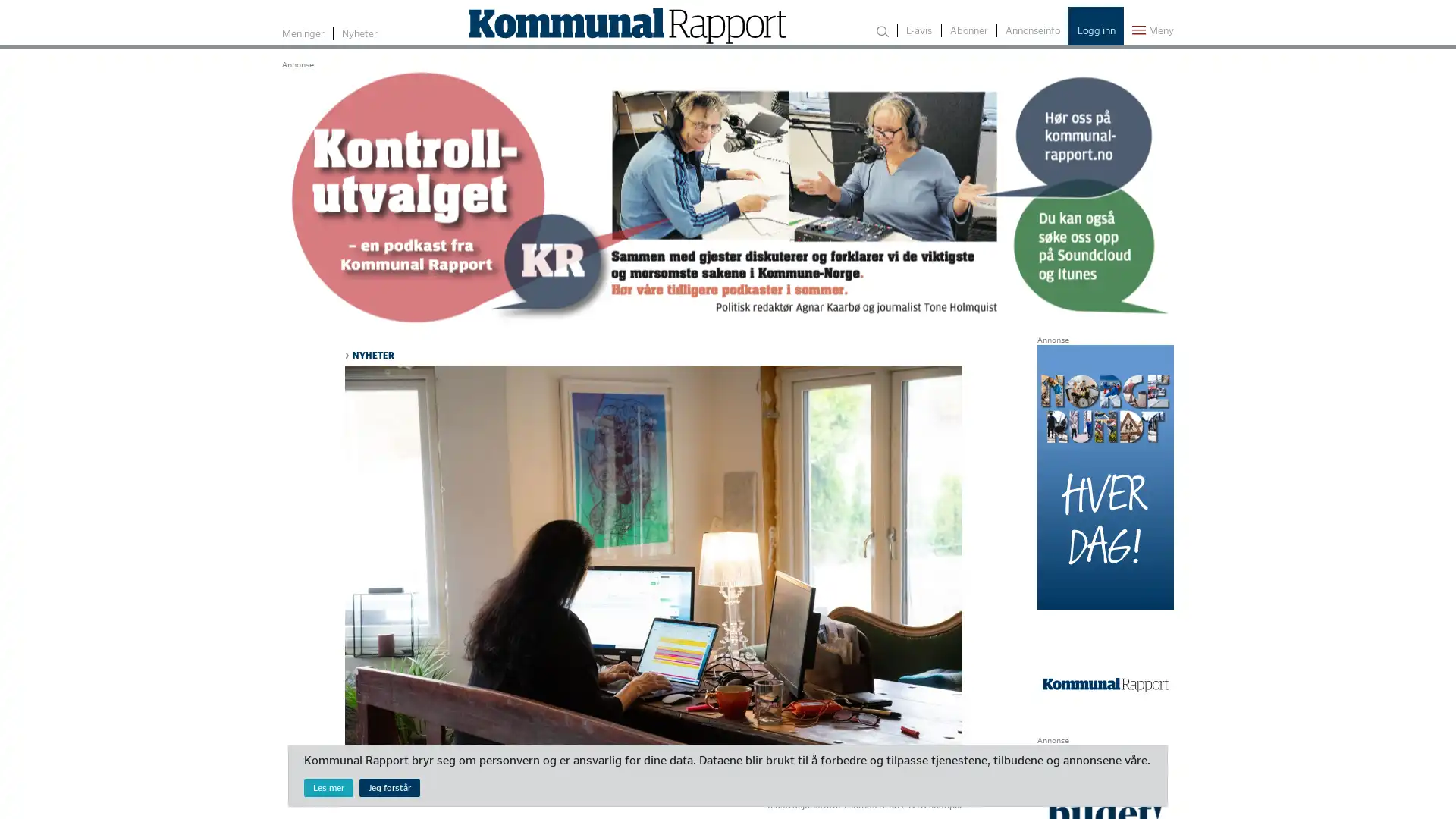  What do you see at coordinates (328, 786) in the screenshot?
I see `Les mer` at bounding box center [328, 786].